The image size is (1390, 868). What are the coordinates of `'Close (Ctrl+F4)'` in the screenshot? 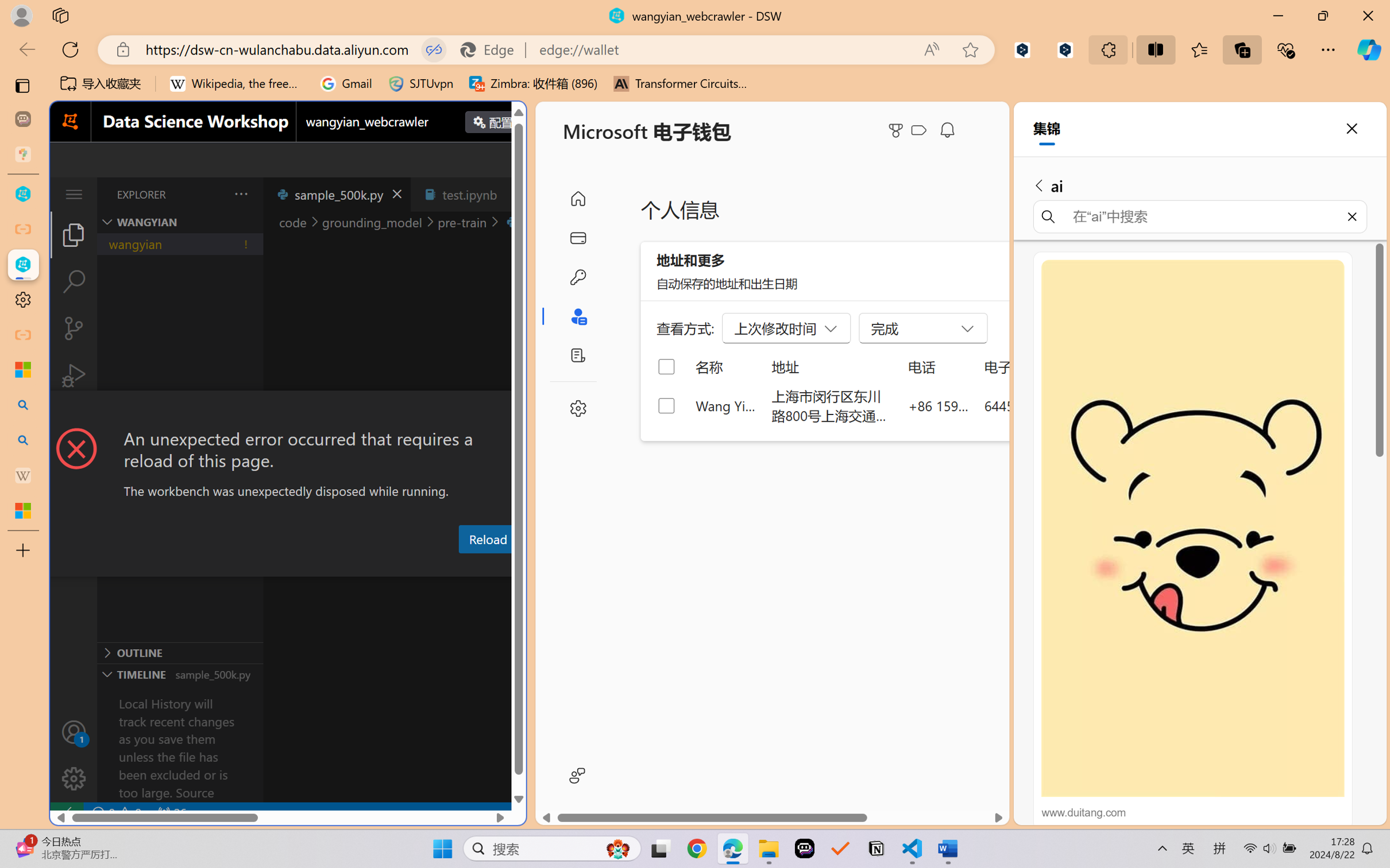 It's located at (512, 193).